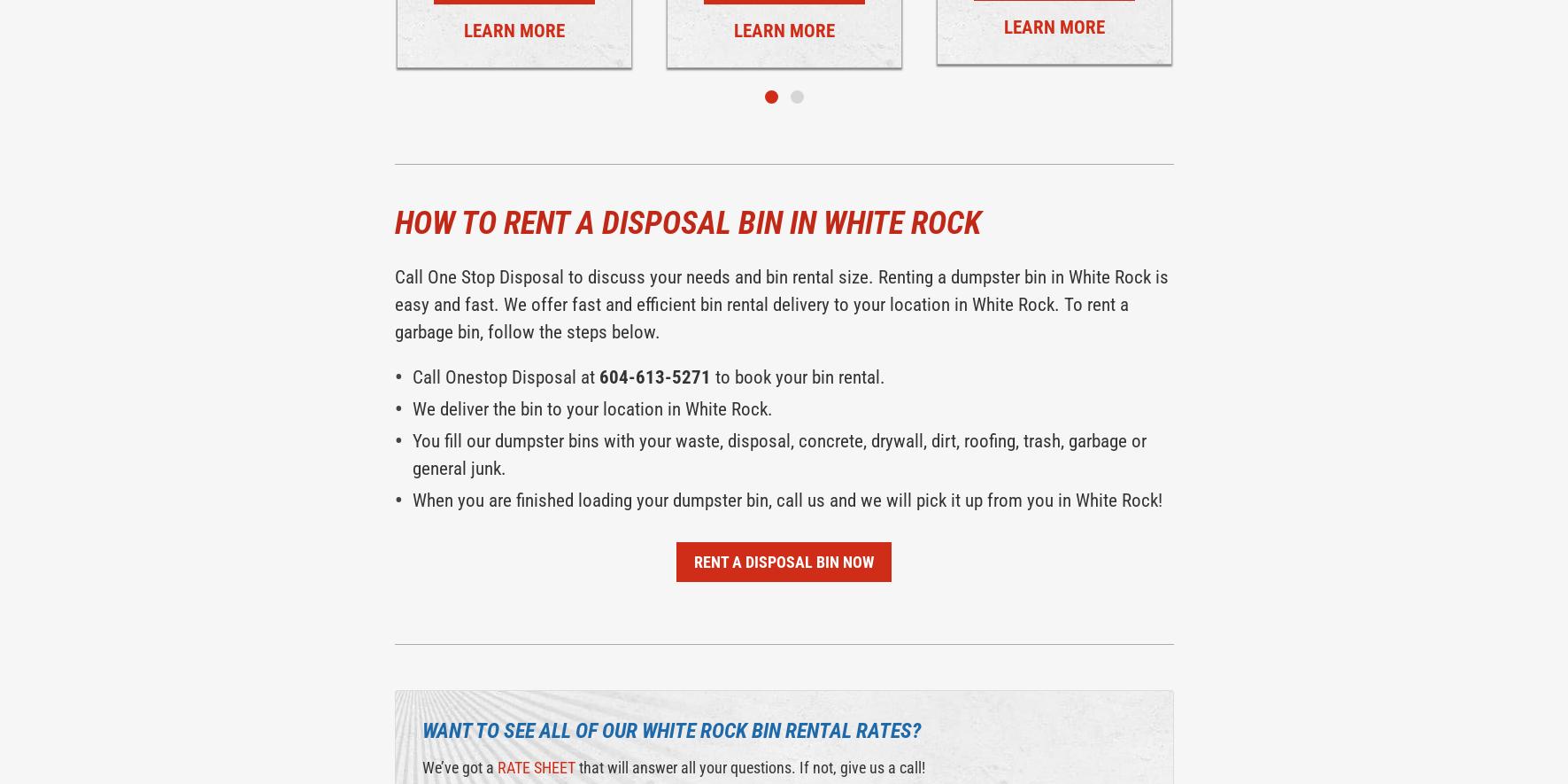 This screenshot has width=1568, height=784. Describe the element at coordinates (504, 377) in the screenshot. I see `'Call Onestop Disposal at'` at that location.